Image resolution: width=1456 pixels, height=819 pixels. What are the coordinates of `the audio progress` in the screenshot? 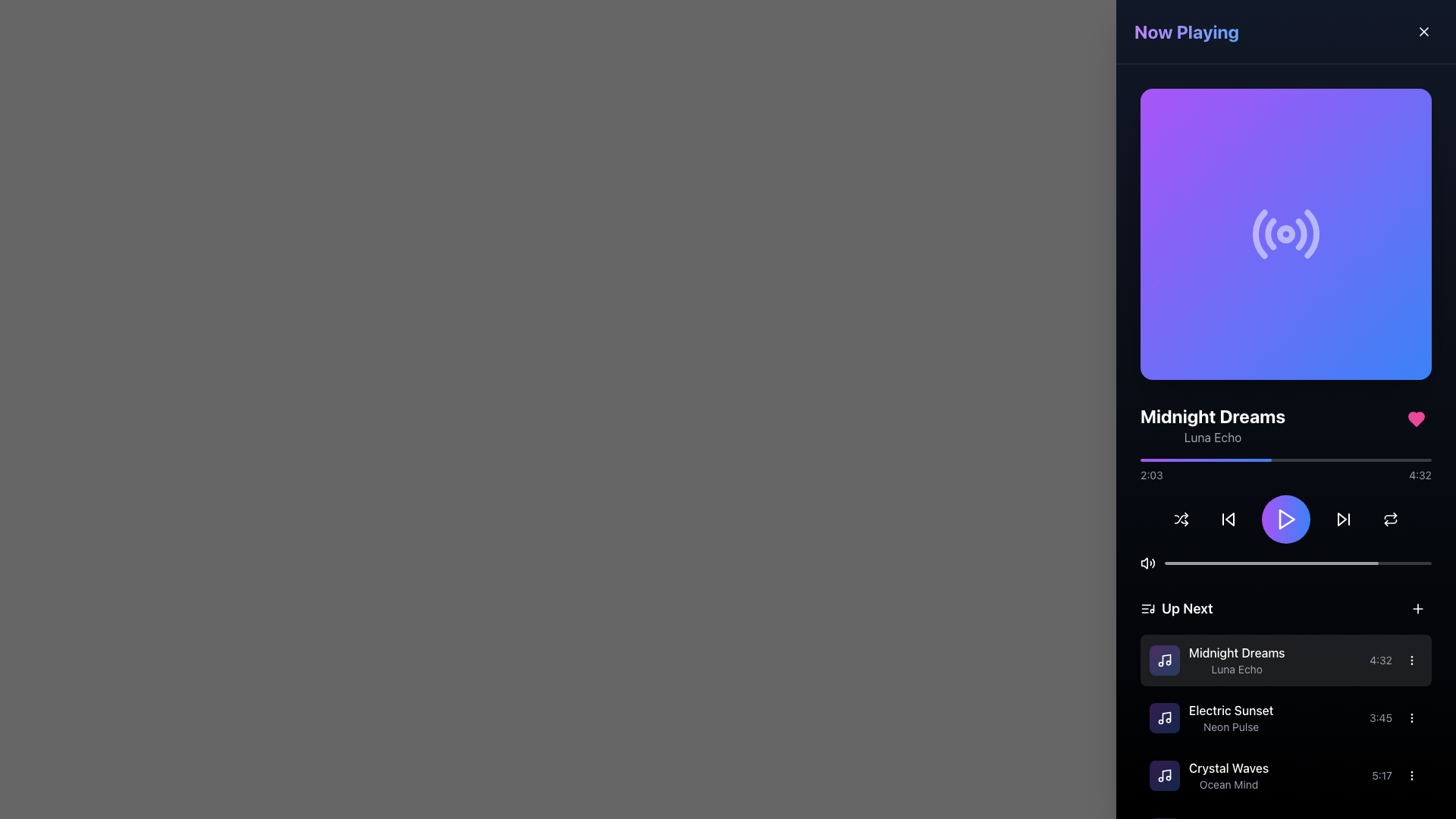 It's located at (1219, 459).